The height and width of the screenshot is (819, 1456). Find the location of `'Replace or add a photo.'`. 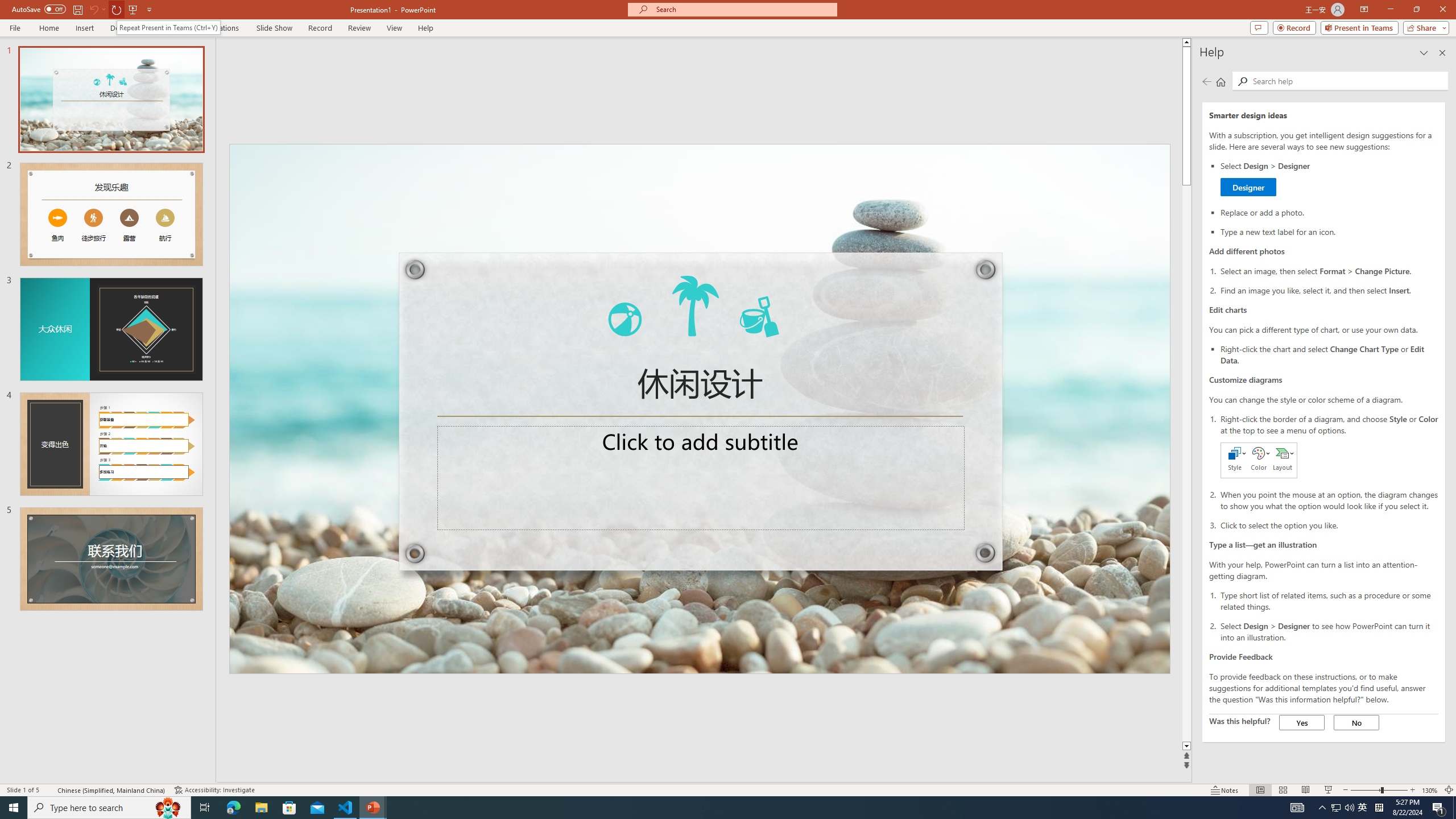

'Replace or add a photo.' is located at coordinates (1329, 211).